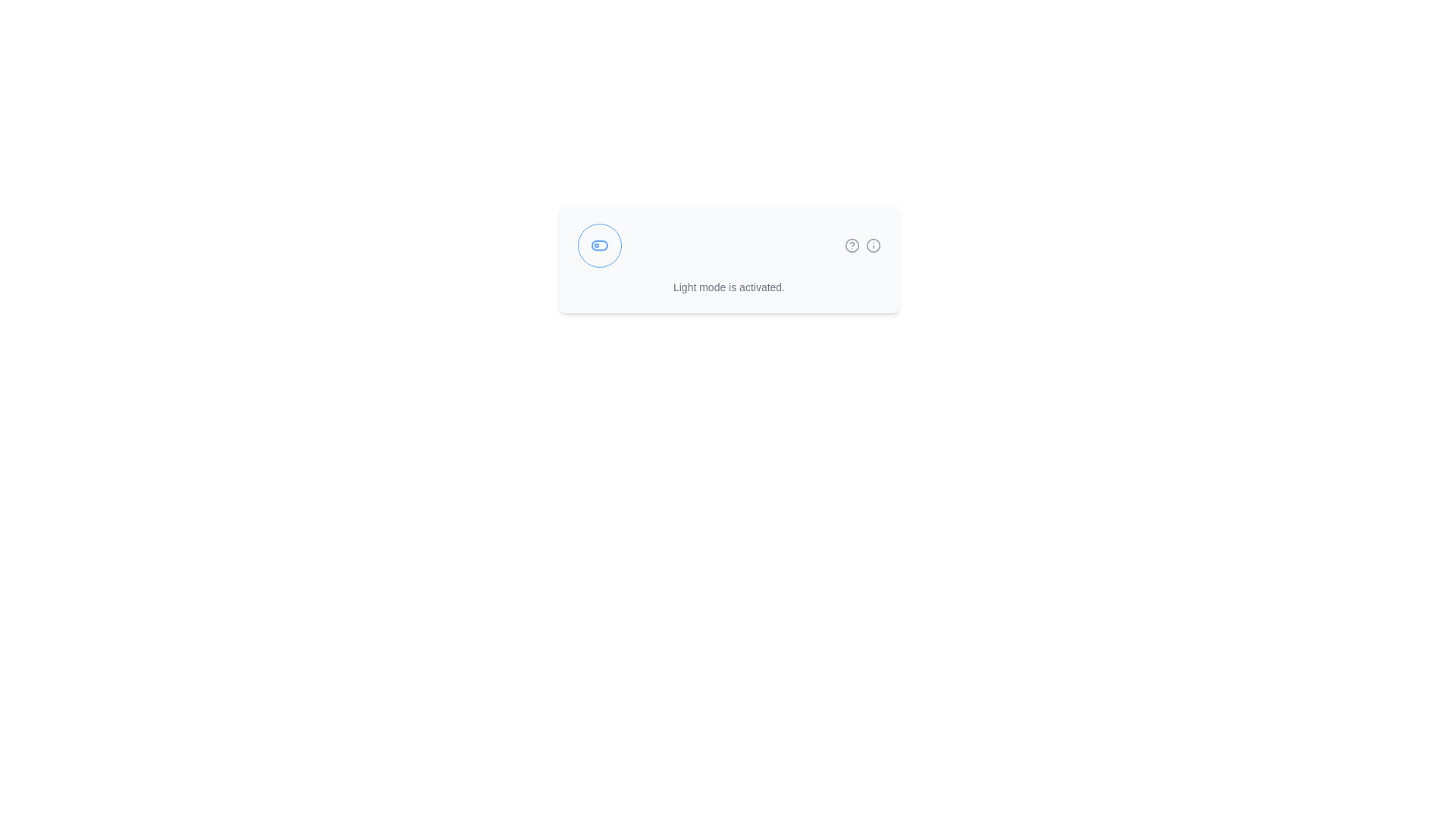 This screenshot has width=1456, height=819. What do you see at coordinates (862, 245) in the screenshot?
I see `the 'info' icon on the right in the icon group that includes a question mark and an information icon, both gray and adjacent to each other` at bounding box center [862, 245].